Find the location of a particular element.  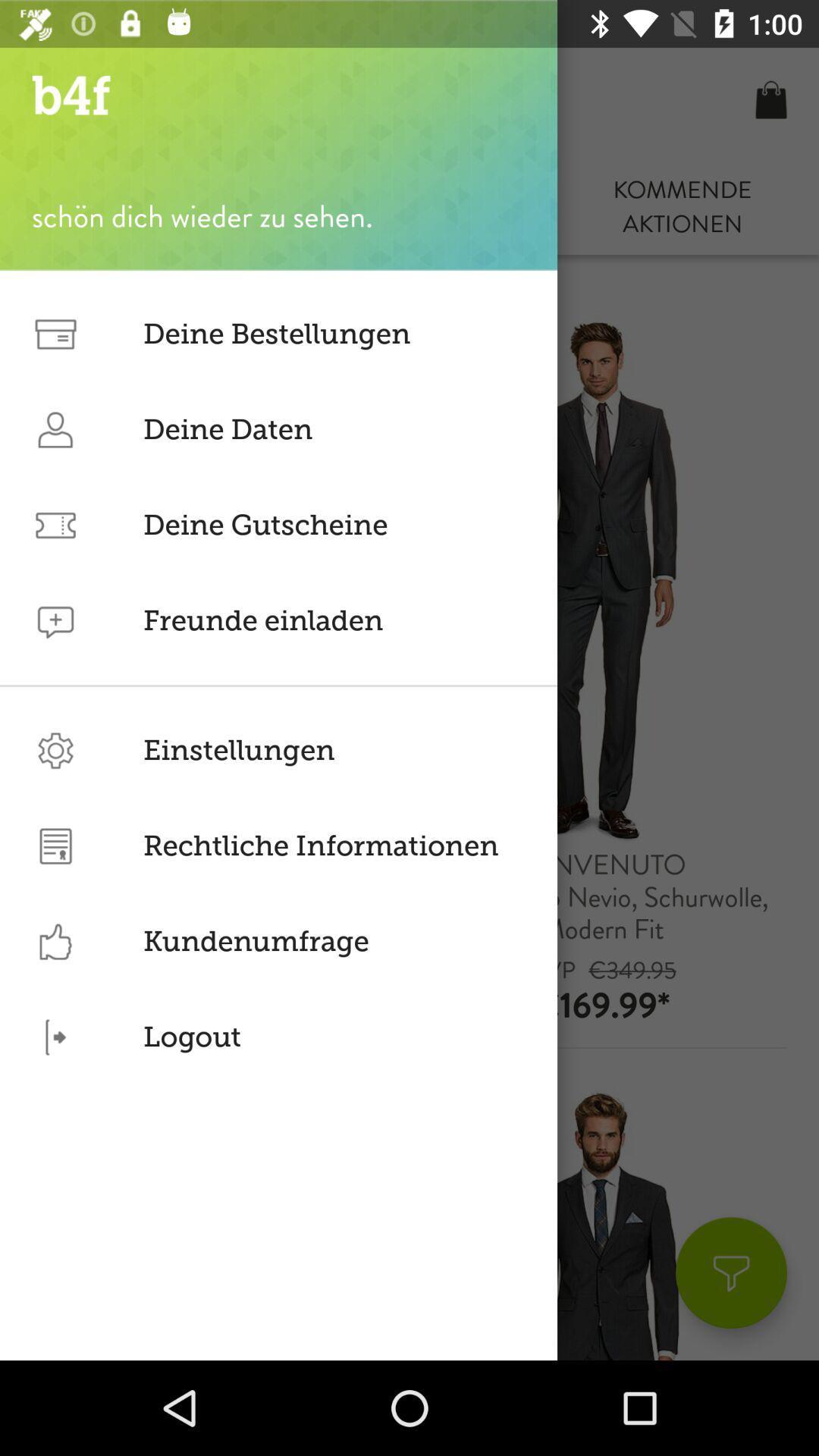

the filter icon is located at coordinates (730, 1272).